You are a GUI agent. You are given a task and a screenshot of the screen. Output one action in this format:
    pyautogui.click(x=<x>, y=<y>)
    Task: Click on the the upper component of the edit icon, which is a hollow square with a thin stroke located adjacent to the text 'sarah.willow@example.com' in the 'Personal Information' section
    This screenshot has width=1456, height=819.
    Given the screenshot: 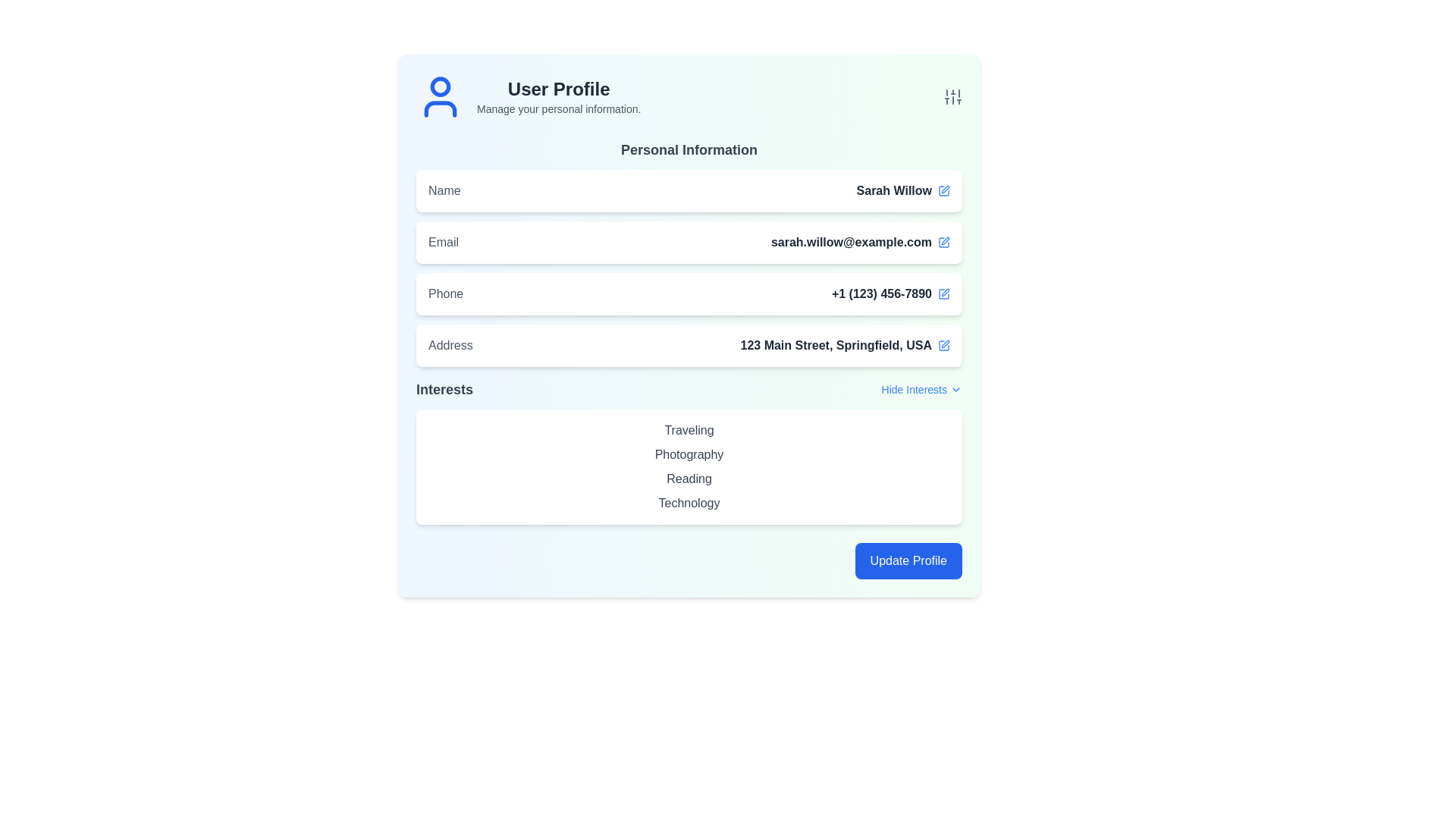 What is the action you would take?
    pyautogui.click(x=943, y=242)
    